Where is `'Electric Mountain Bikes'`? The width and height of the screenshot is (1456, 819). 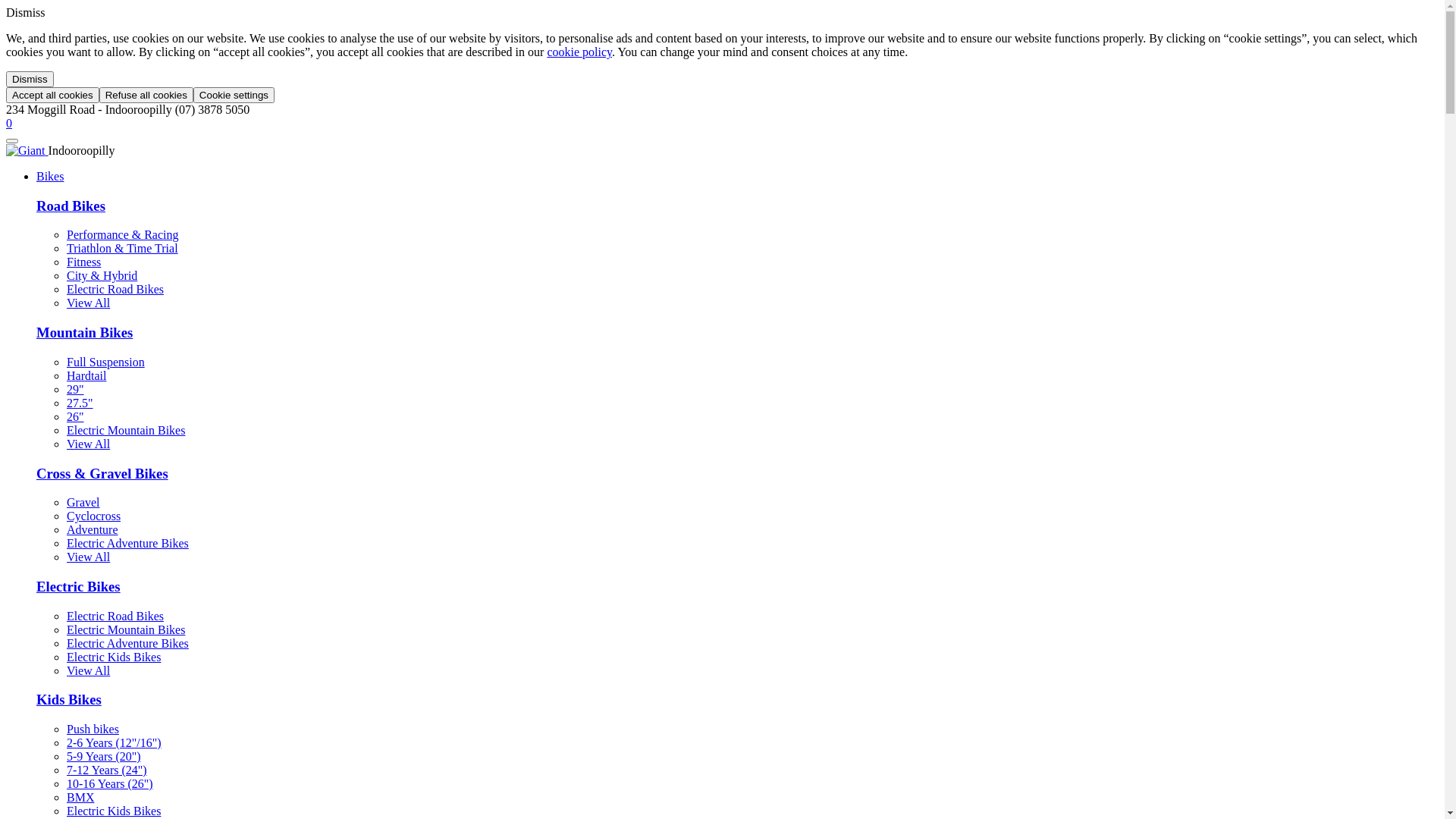 'Electric Mountain Bikes' is located at coordinates (126, 430).